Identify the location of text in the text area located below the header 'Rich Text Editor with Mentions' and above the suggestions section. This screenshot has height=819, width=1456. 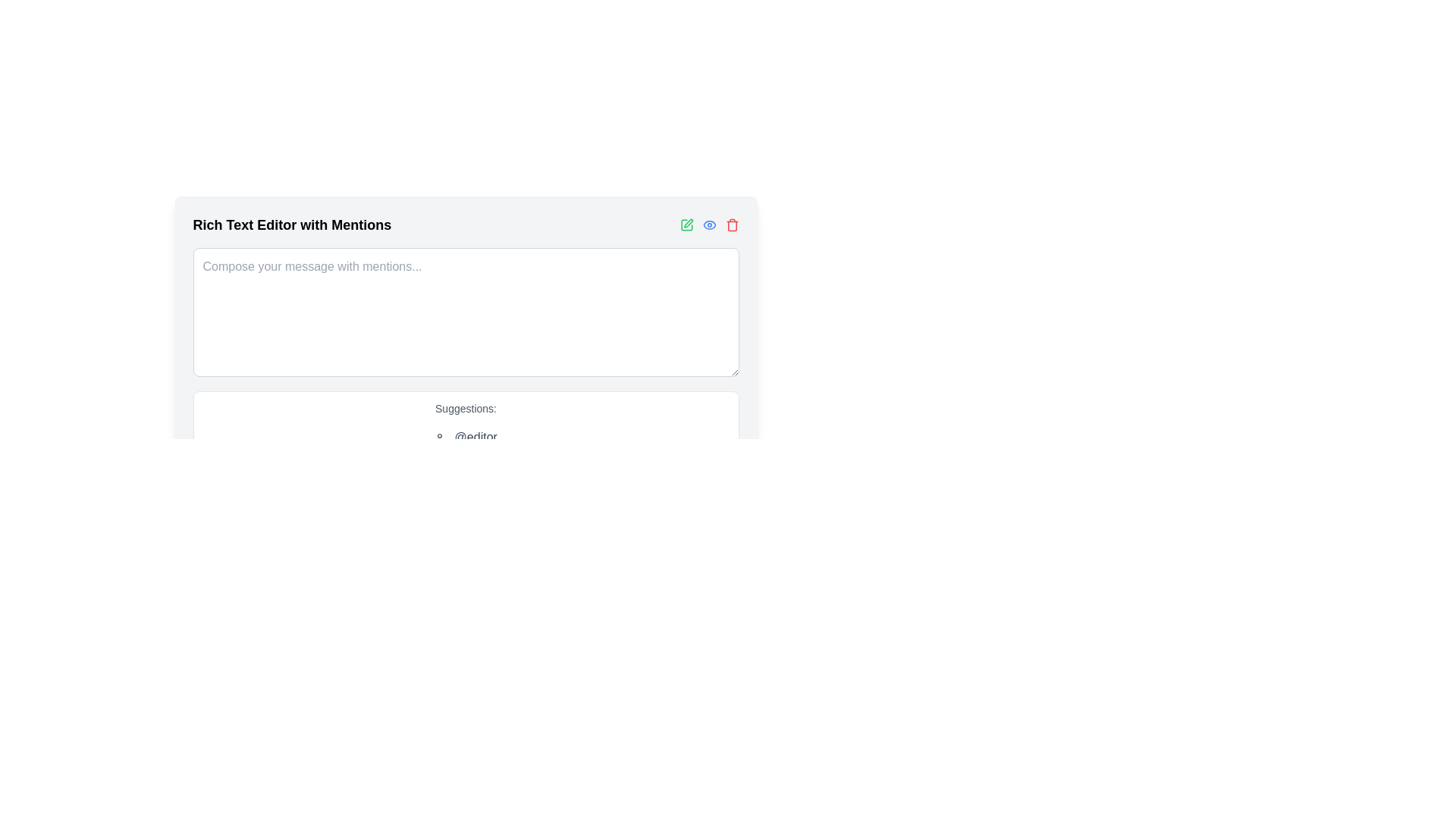
(465, 312).